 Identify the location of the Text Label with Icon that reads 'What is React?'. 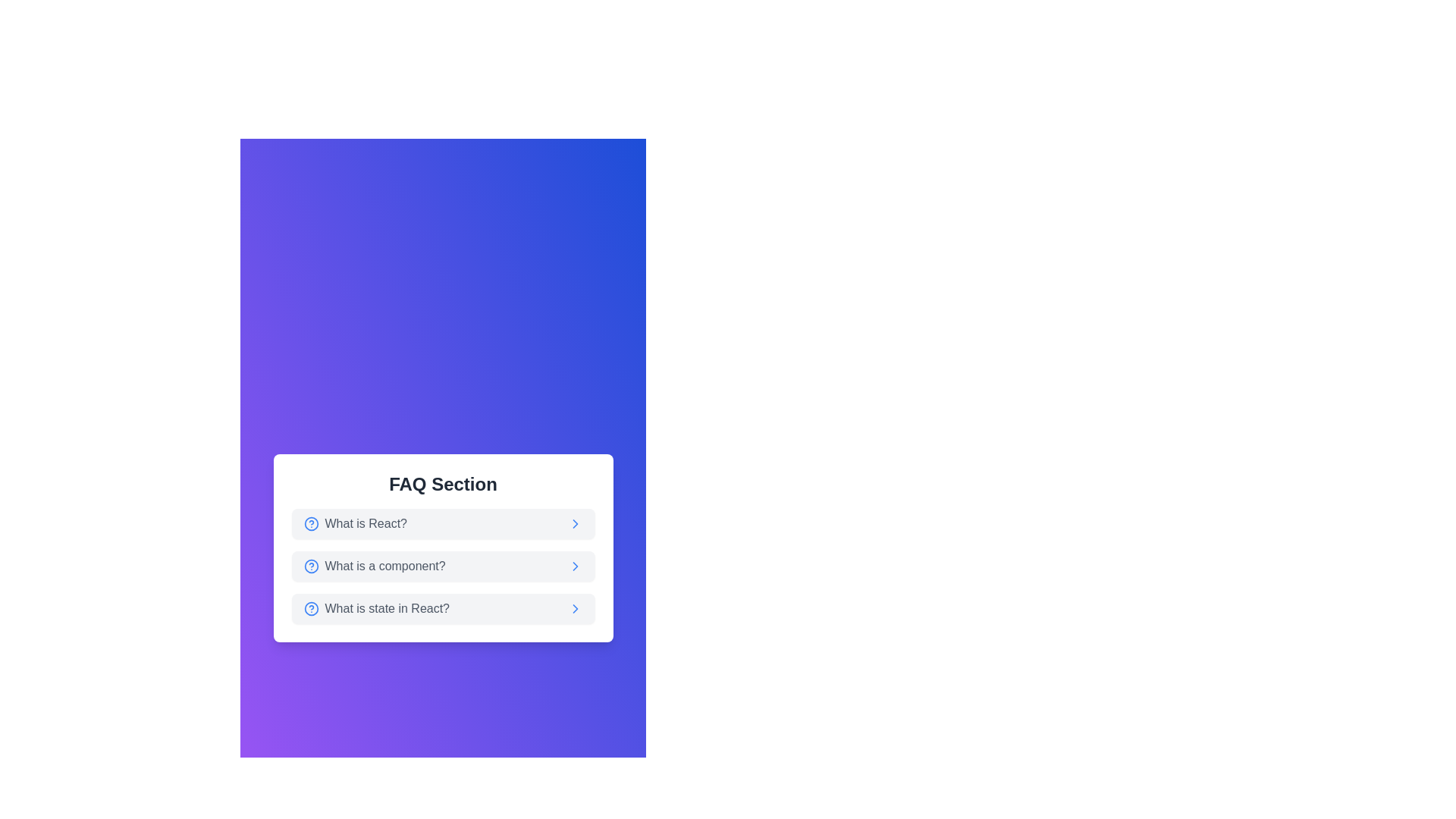
(354, 522).